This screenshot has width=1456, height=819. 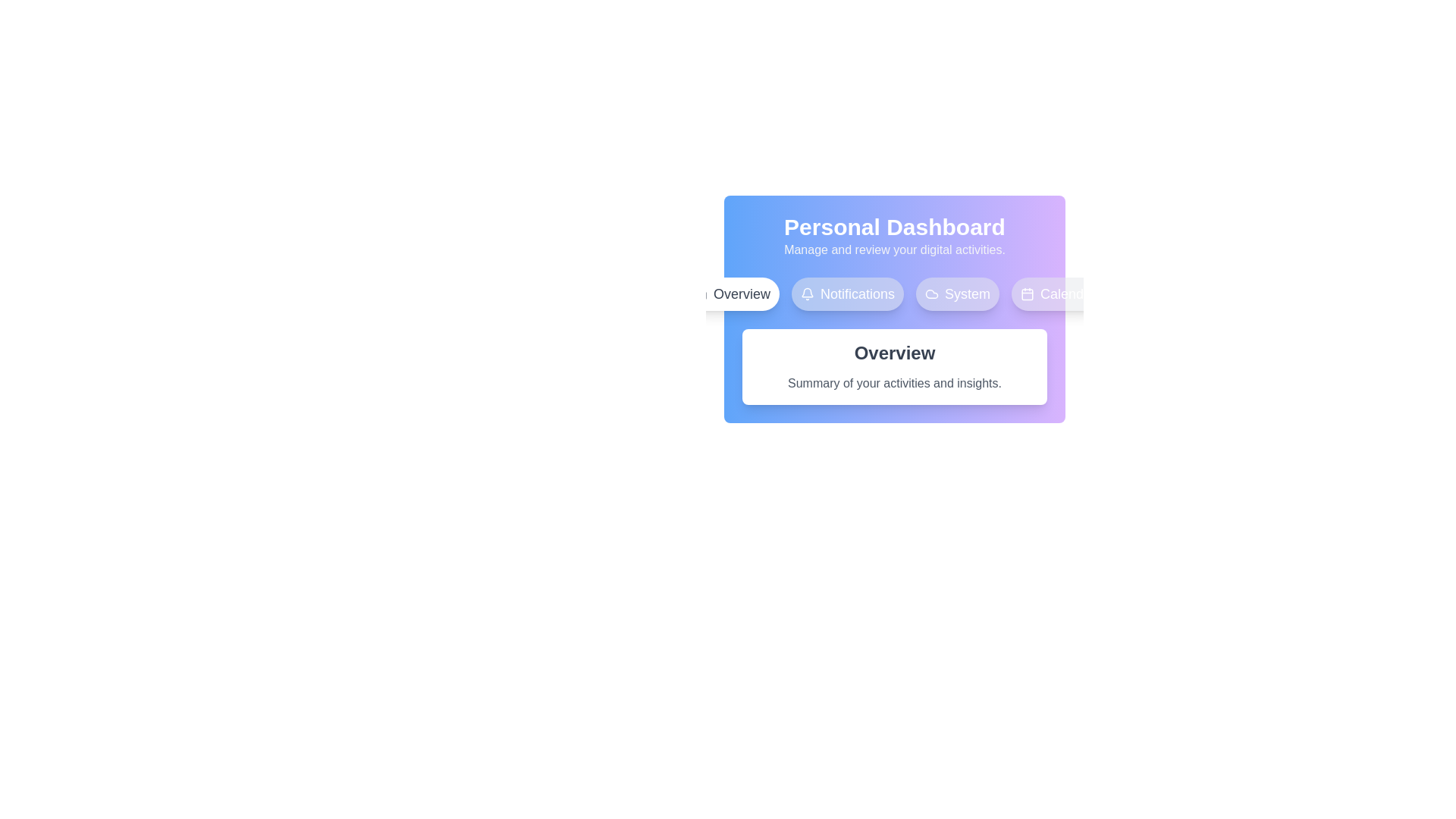 I want to click on the tab labeled Notifications, so click(x=847, y=294).